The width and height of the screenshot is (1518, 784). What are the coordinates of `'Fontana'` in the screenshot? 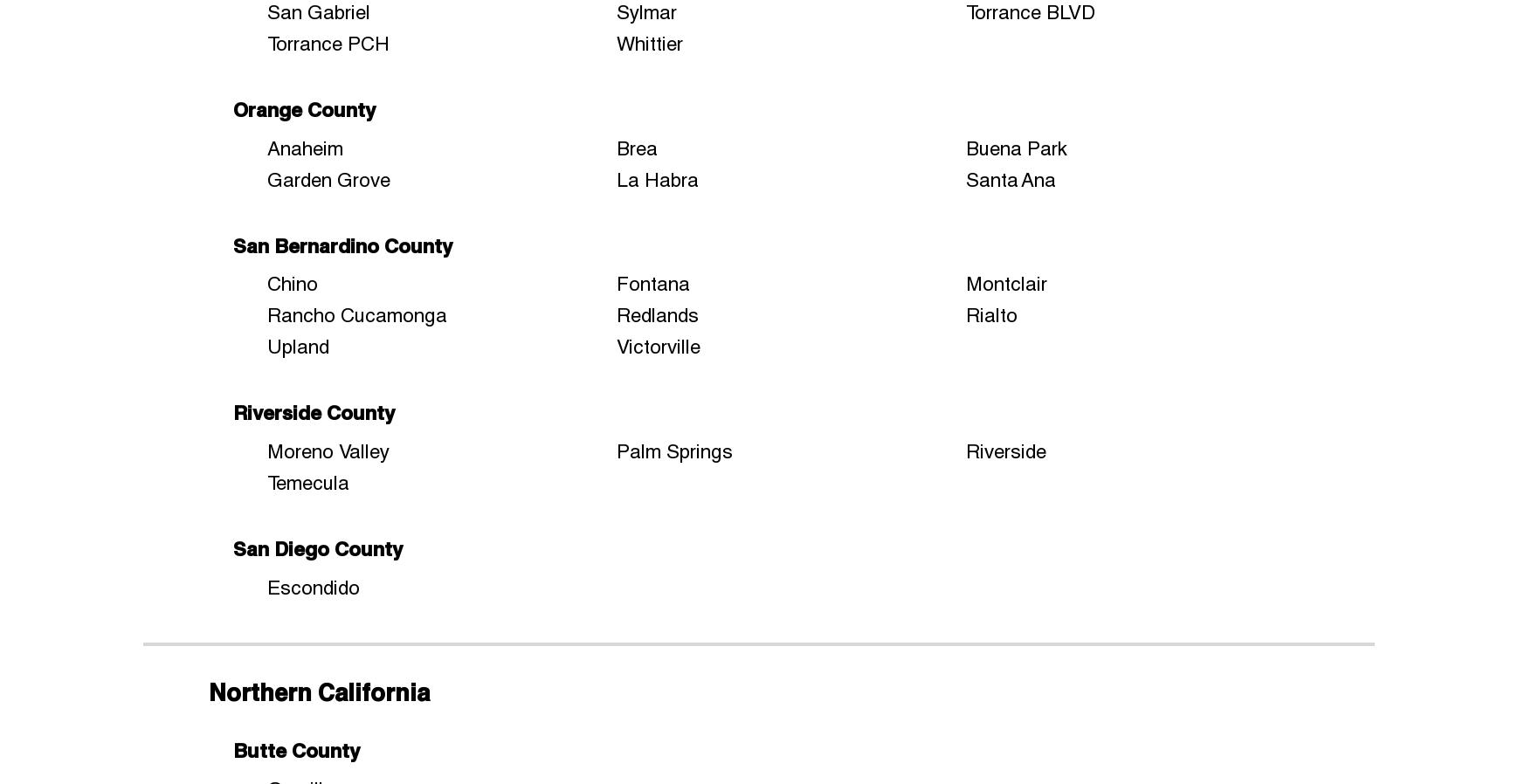 It's located at (653, 283).